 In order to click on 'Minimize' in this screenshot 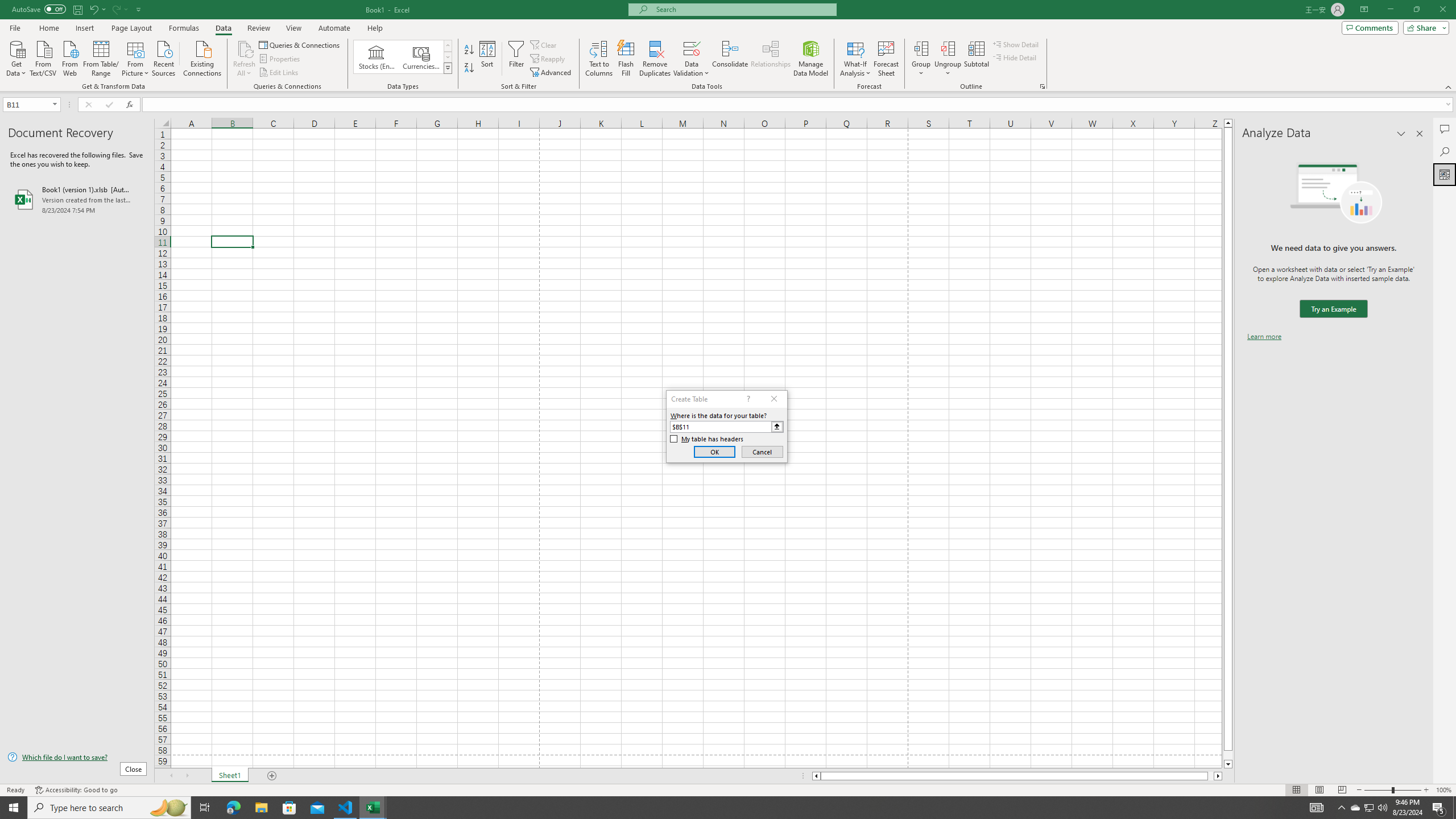, I will do `click(1389, 9)`.